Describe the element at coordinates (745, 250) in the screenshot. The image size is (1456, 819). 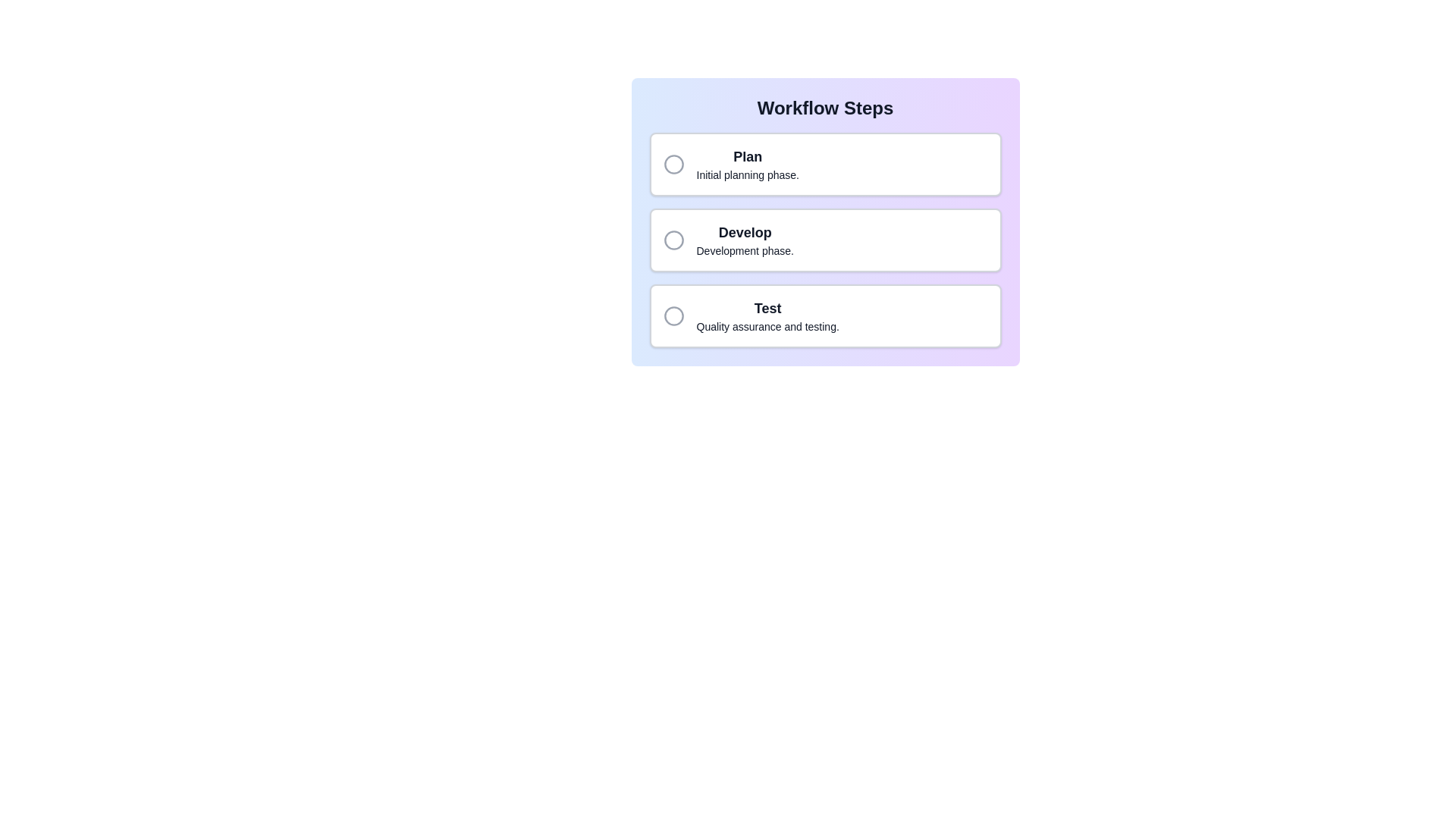
I see `text content of the label displaying 'Development phase.' located below the 'Develop' label in the second option of the vertical workflow list` at that location.